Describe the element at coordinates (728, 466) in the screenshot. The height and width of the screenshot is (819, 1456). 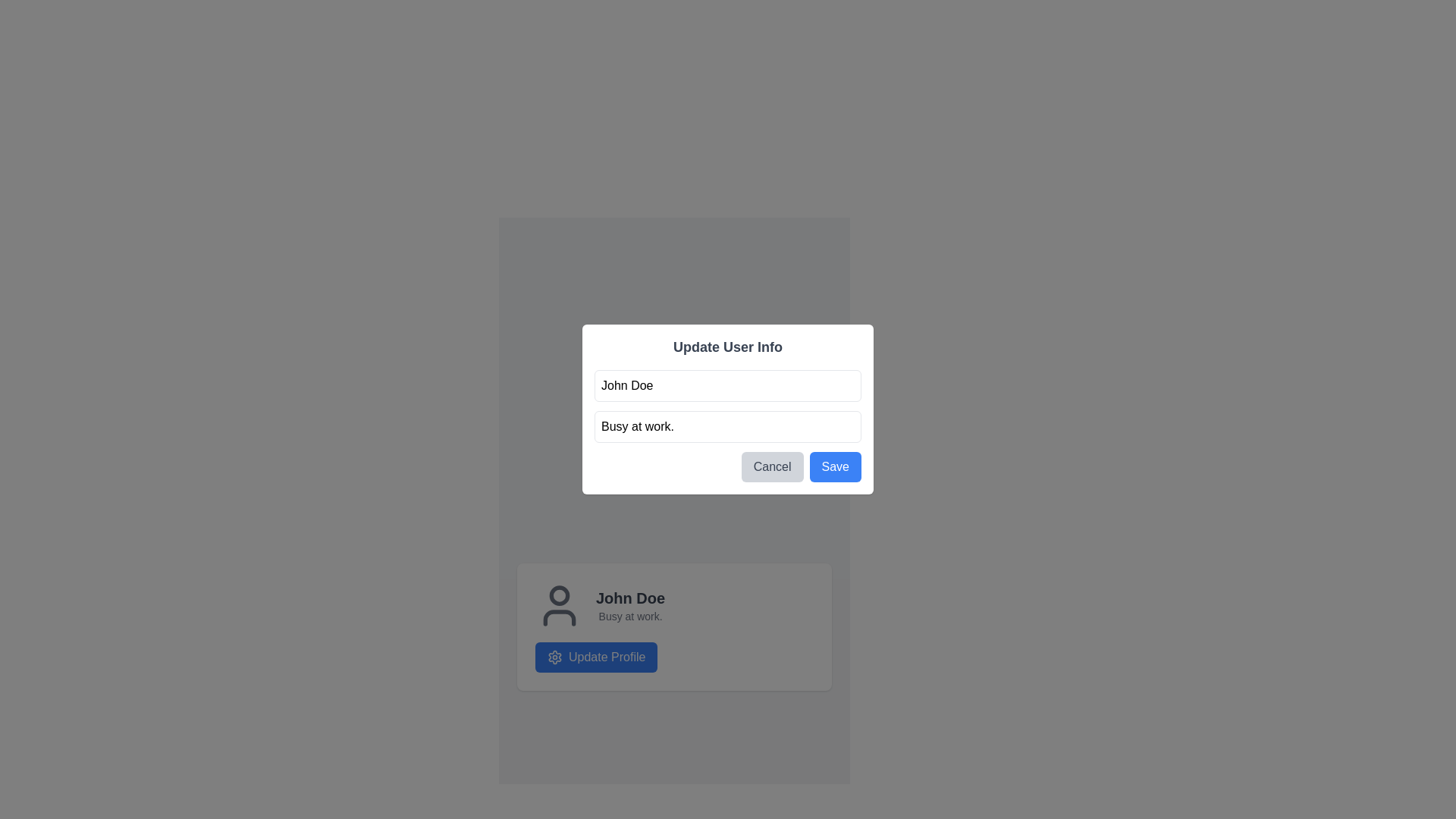
I see `the 'Cancel' button in the button group located in the lower right section of the 'Update User Info' modal to discard changes` at that location.